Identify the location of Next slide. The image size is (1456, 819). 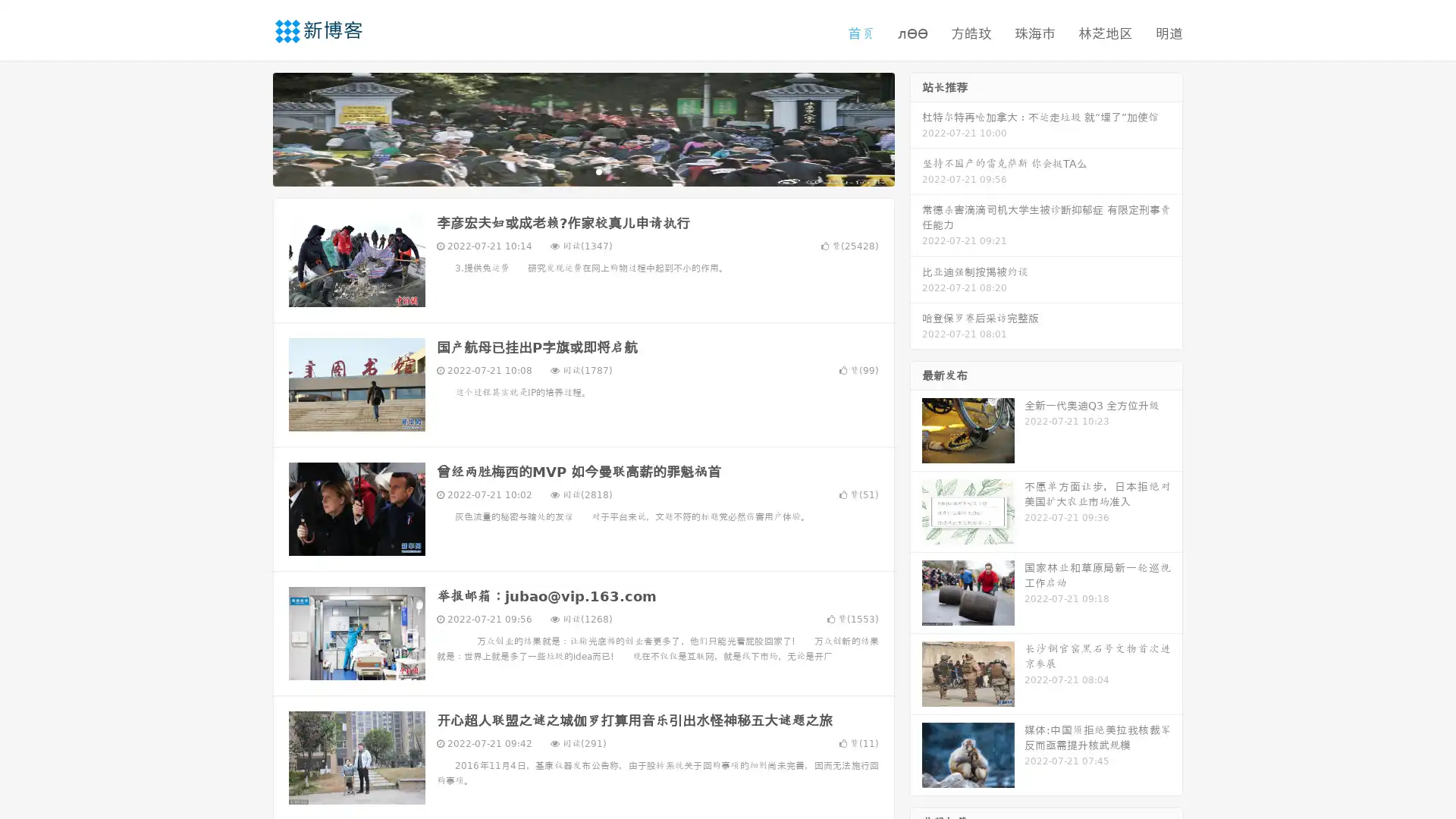
(916, 127).